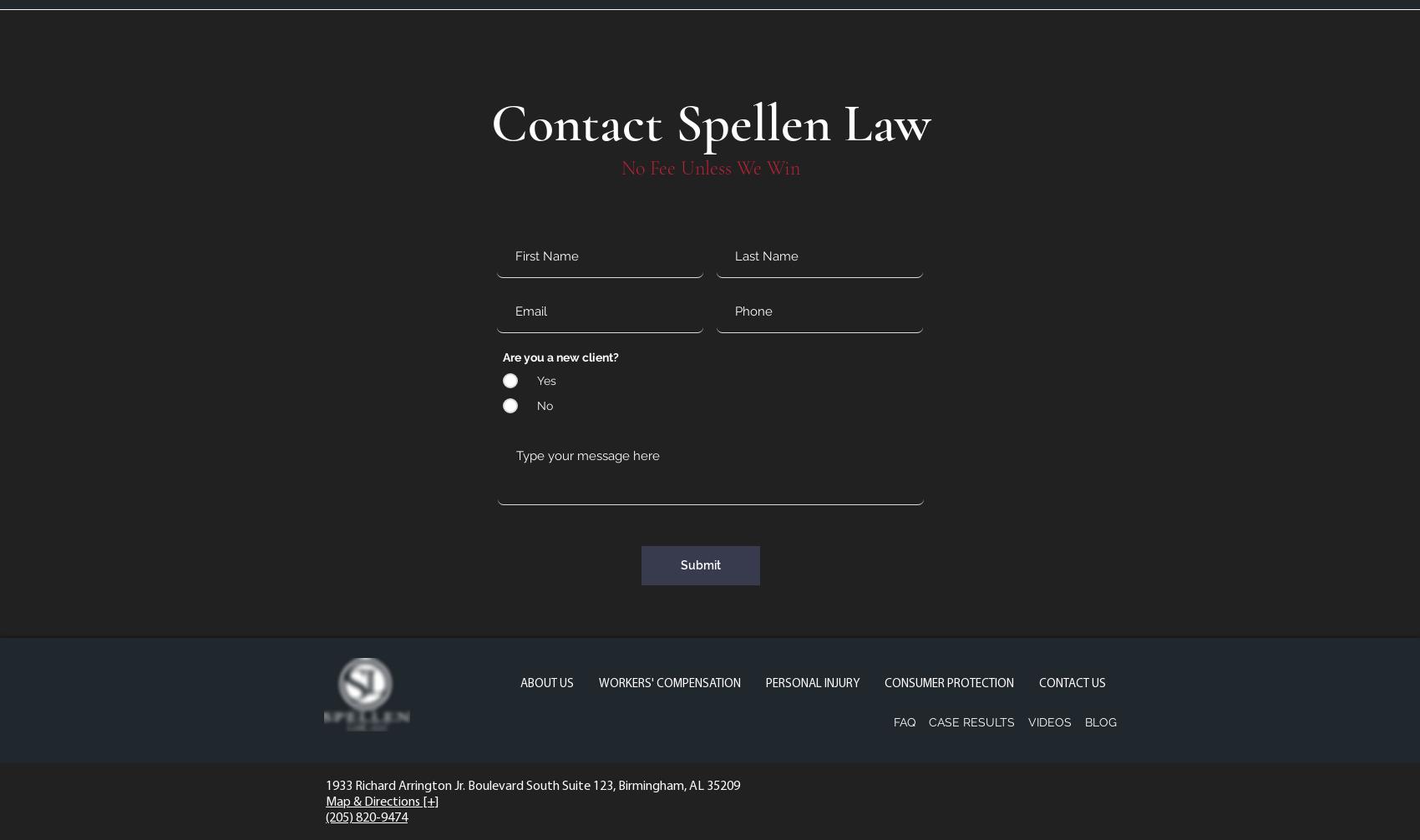 This screenshot has height=840, width=1420. What do you see at coordinates (893, 721) in the screenshot?
I see `'FAQ'` at bounding box center [893, 721].